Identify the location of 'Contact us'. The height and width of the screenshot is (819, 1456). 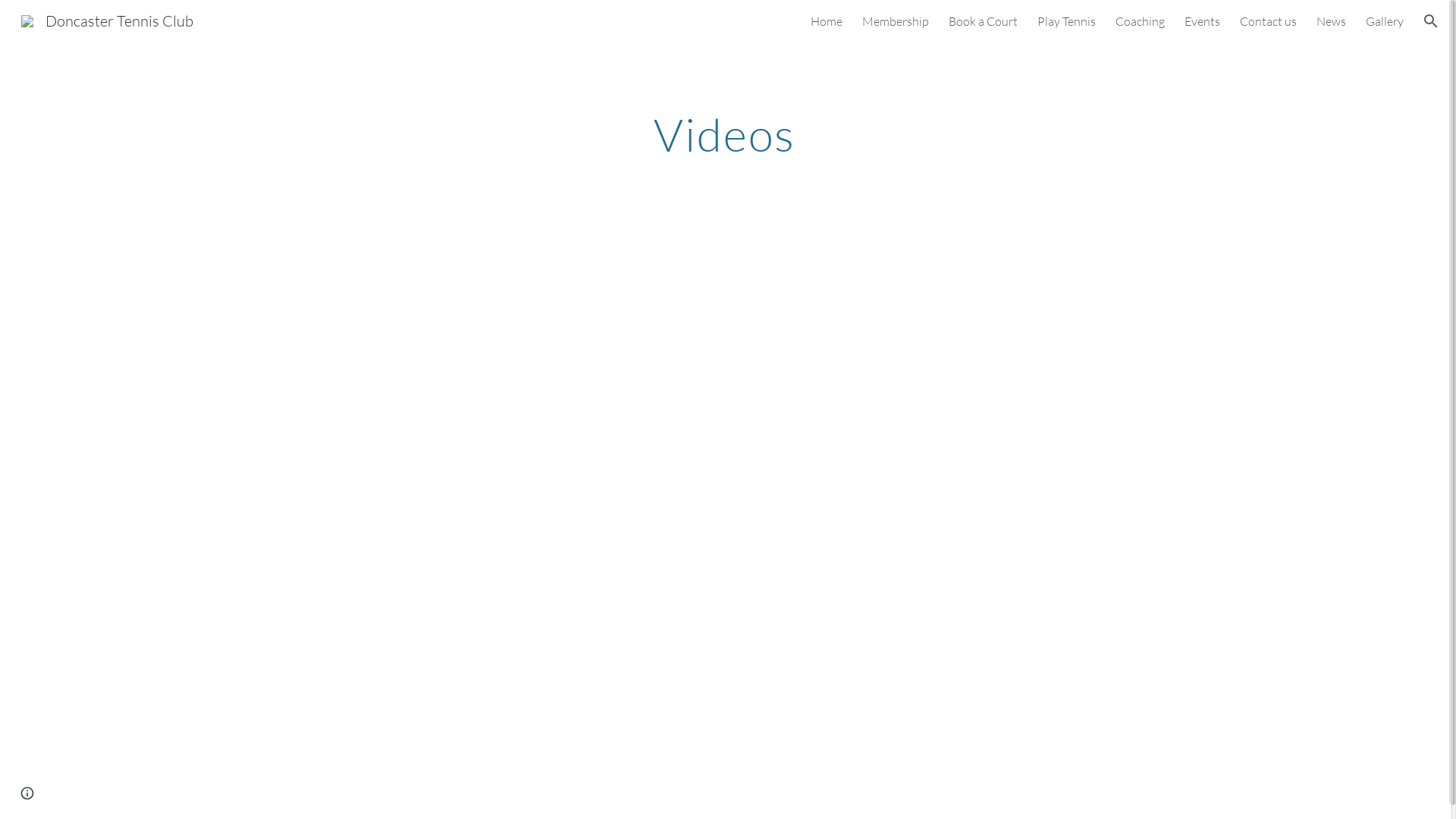
(1268, 20).